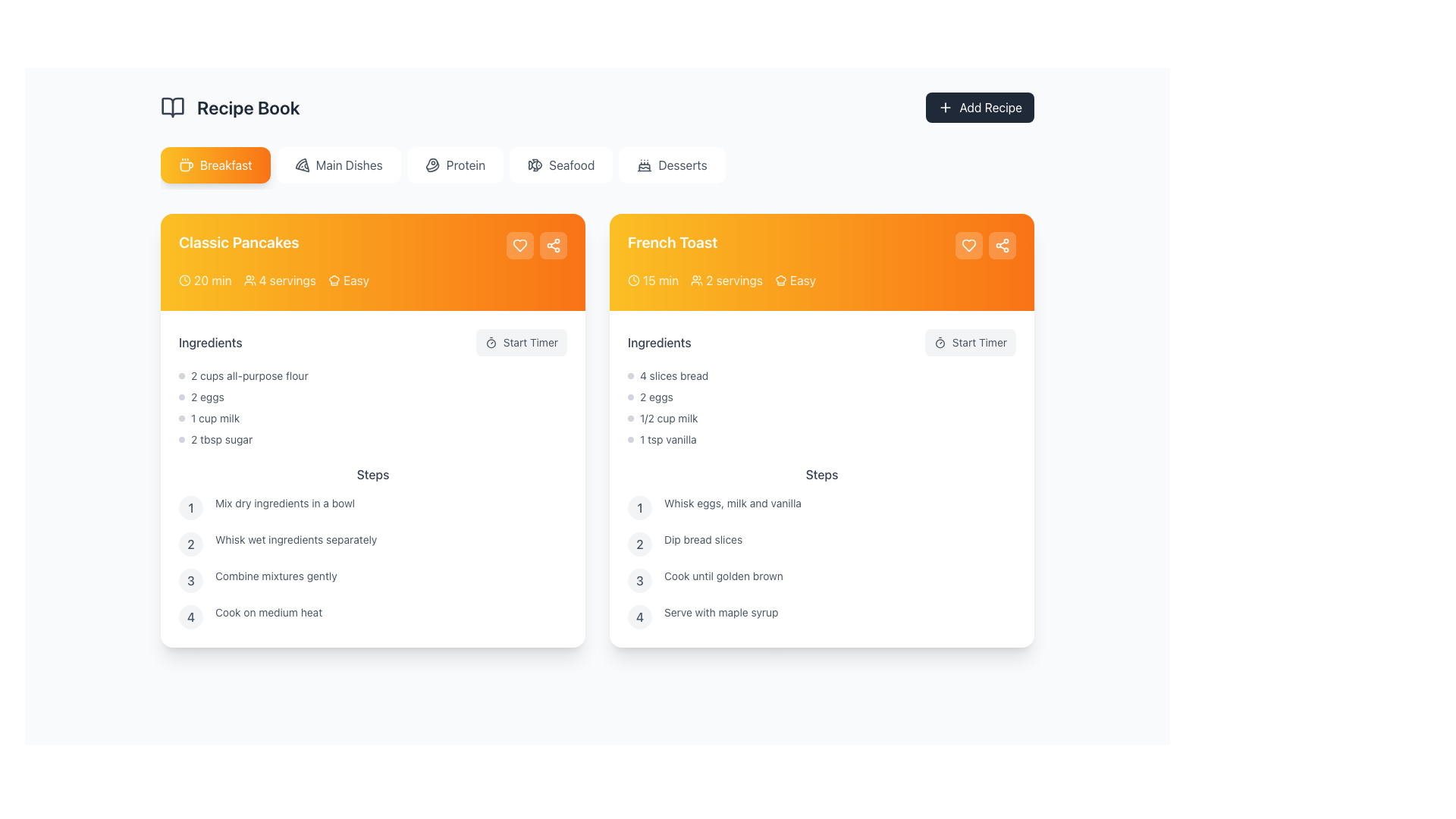 The height and width of the screenshot is (819, 1456). I want to click on the text label displaying '2 eggs' in a small gray font, which is the second item under the 'Ingredients' section of the 'French Toast' recipe card, so click(656, 397).